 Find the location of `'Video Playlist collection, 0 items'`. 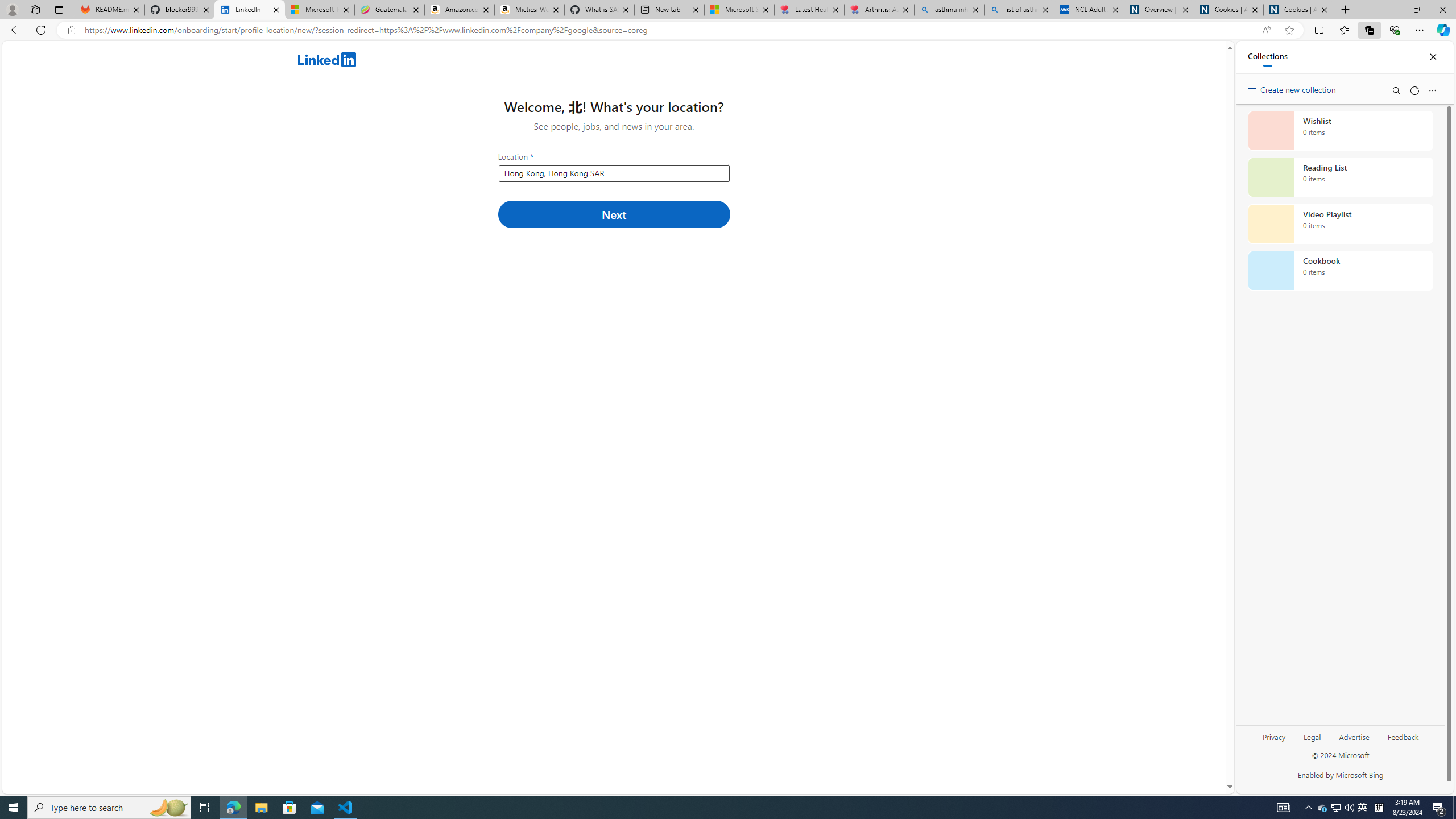

'Video Playlist collection, 0 items' is located at coordinates (1340, 223).